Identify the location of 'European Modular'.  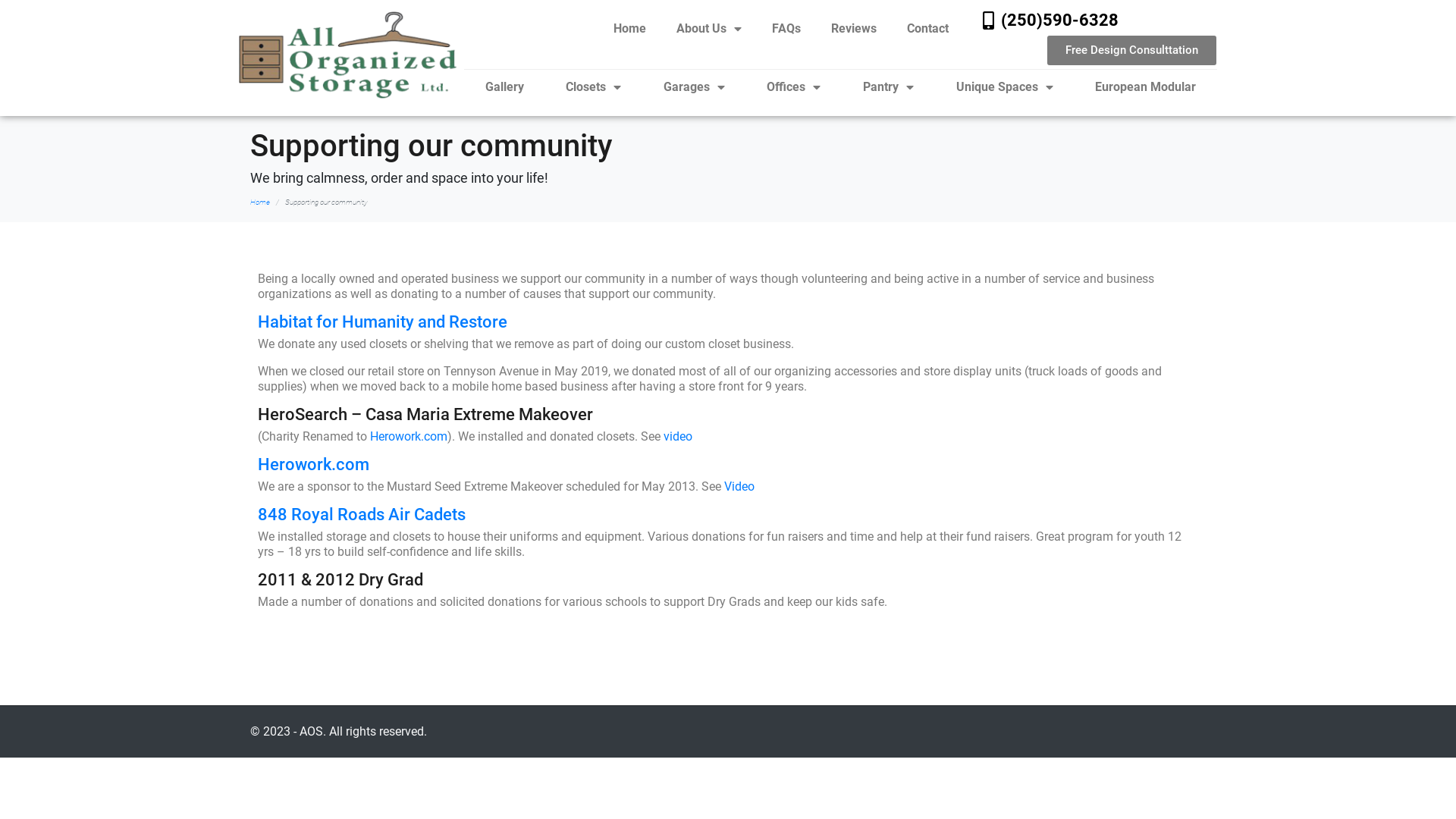
(1145, 87).